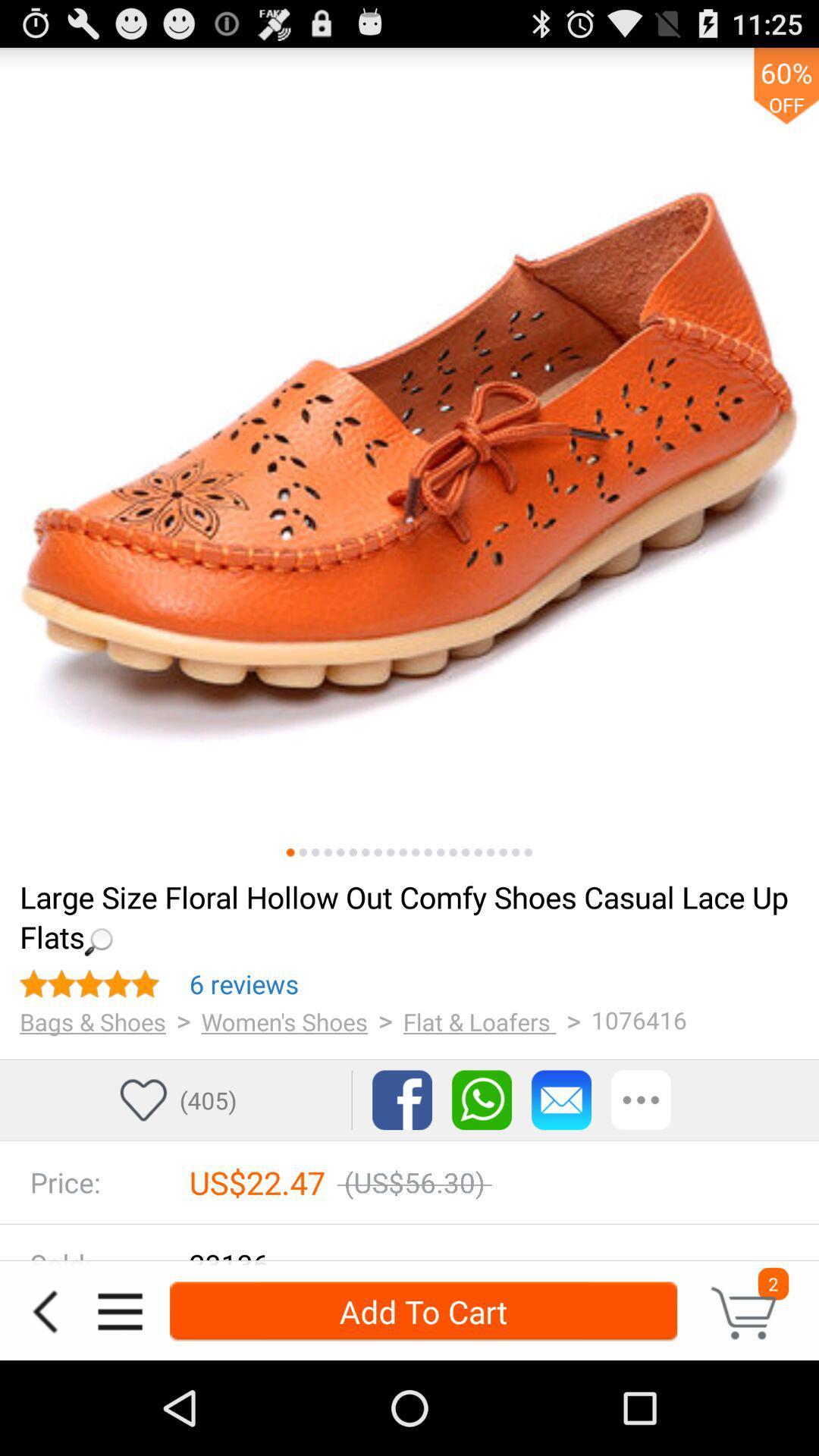  What do you see at coordinates (641, 1100) in the screenshot?
I see `show more` at bounding box center [641, 1100].